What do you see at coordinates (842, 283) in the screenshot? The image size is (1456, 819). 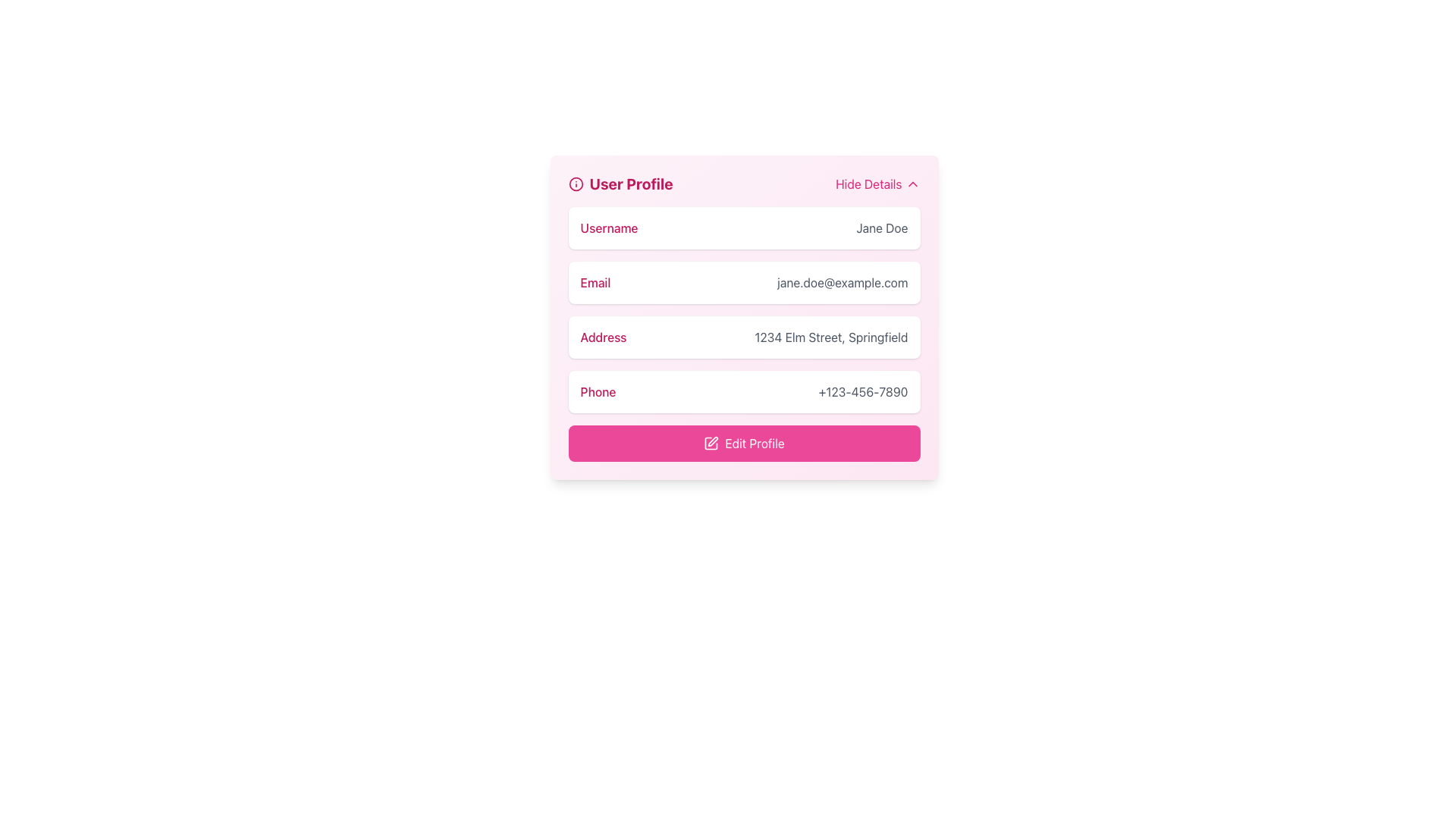 I see `the Text Display element that shows the email 'jane.doe@example.com' in gray font, located on the right side of the 'Email' label` at bounding box center [842, 283].